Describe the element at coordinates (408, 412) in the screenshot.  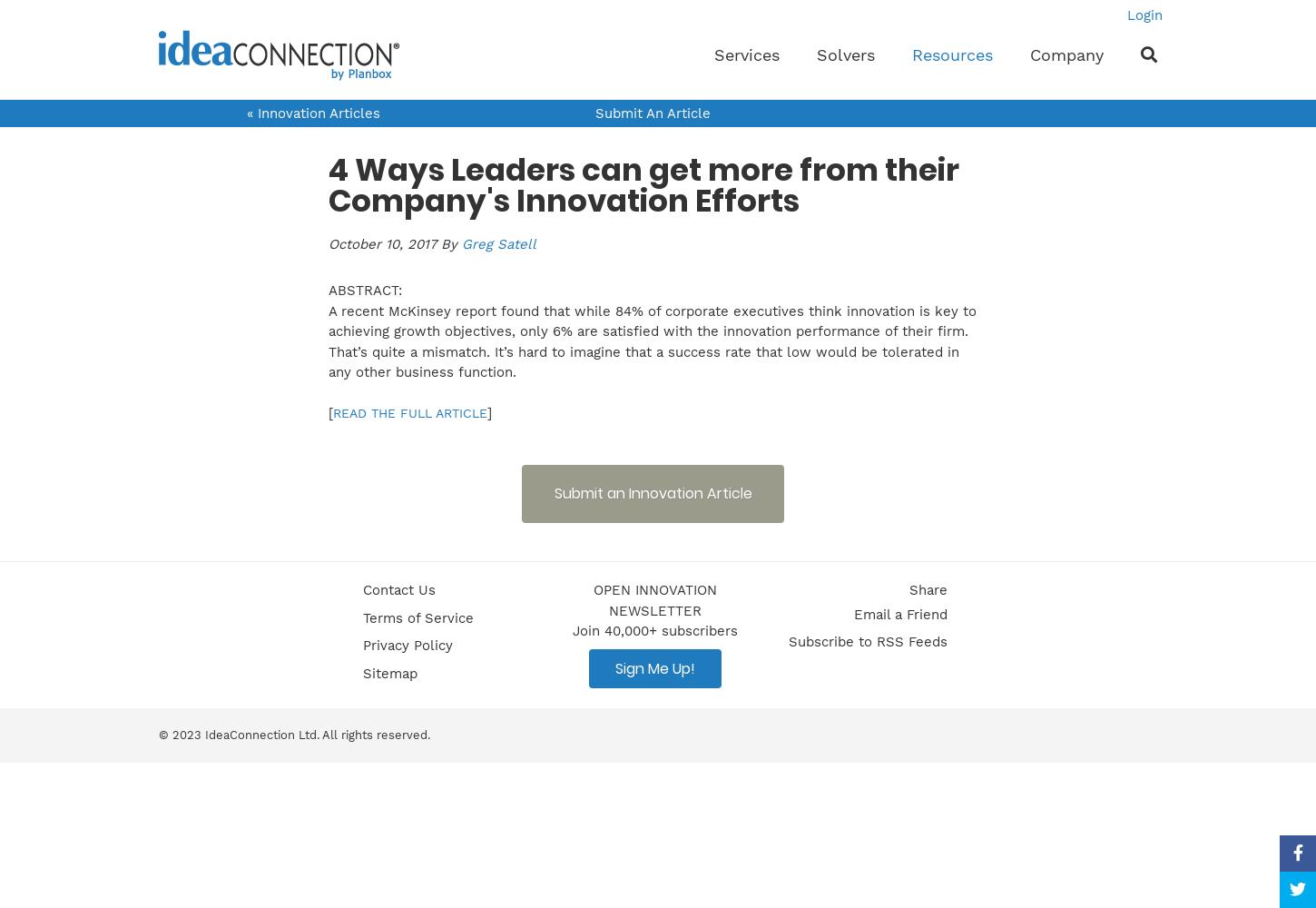
I see `'READ THE FULL ARTICLE'` at that location.